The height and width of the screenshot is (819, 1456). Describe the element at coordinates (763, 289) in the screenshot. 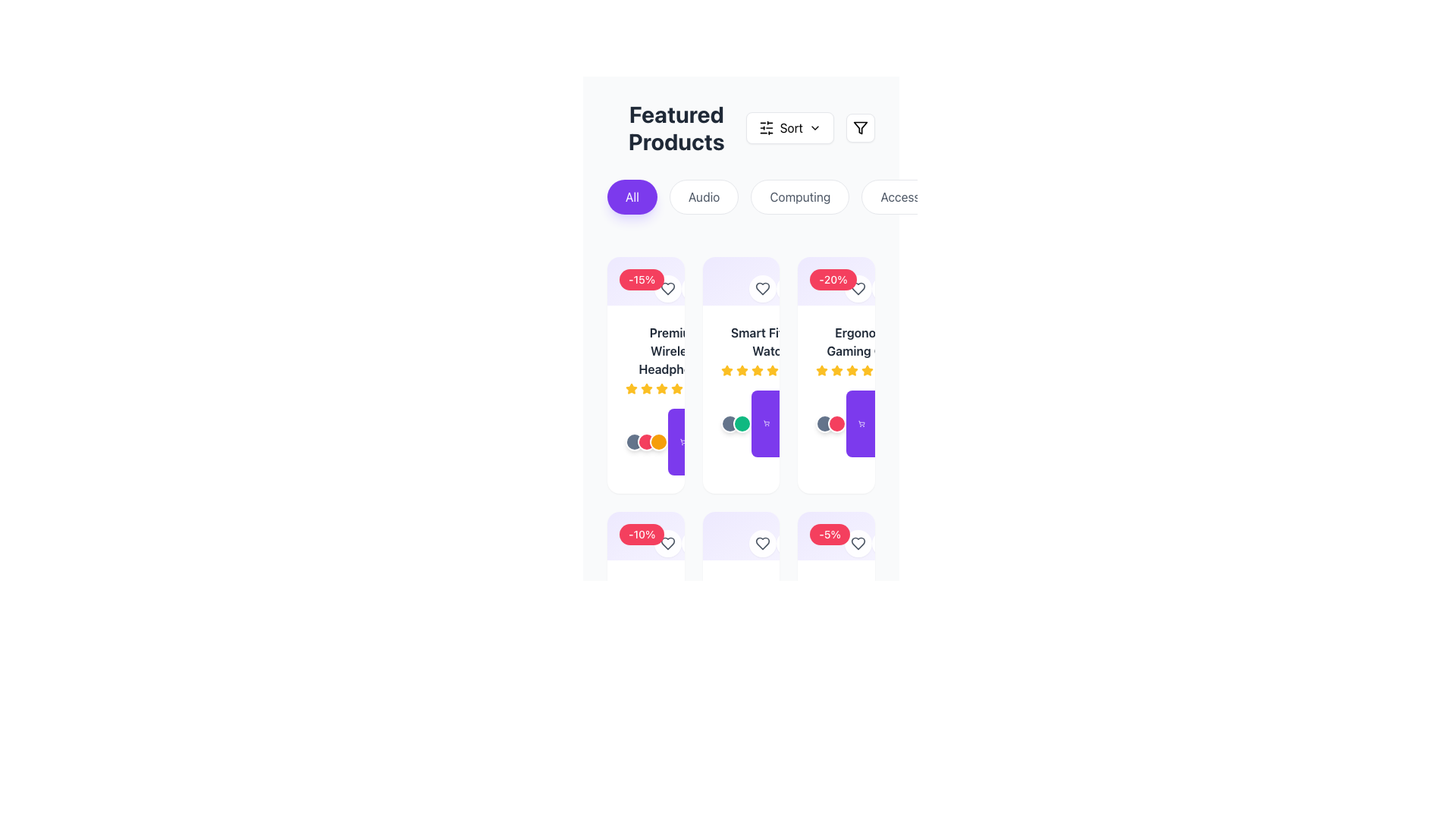

I see `the heart-shaped icon within the circular button` at that location.